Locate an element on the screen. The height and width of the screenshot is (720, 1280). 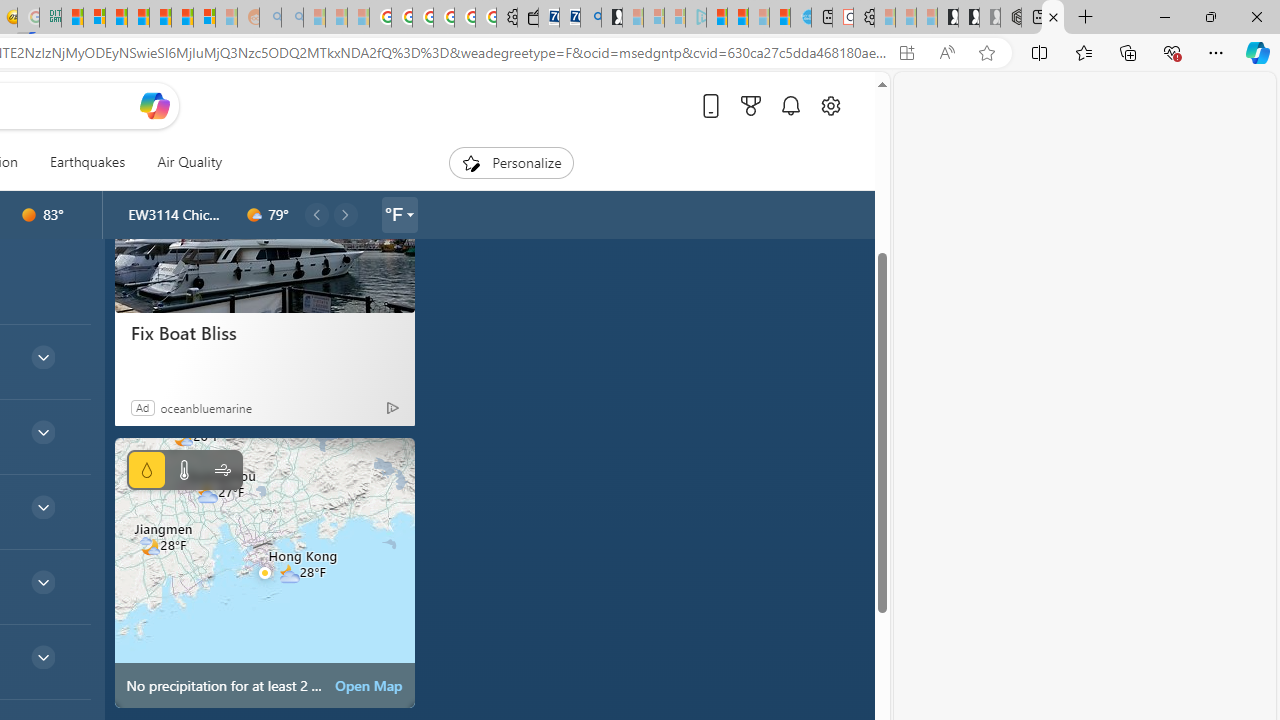
'No precipitation for at least 2 hours' is located at coordinates (263, 572).